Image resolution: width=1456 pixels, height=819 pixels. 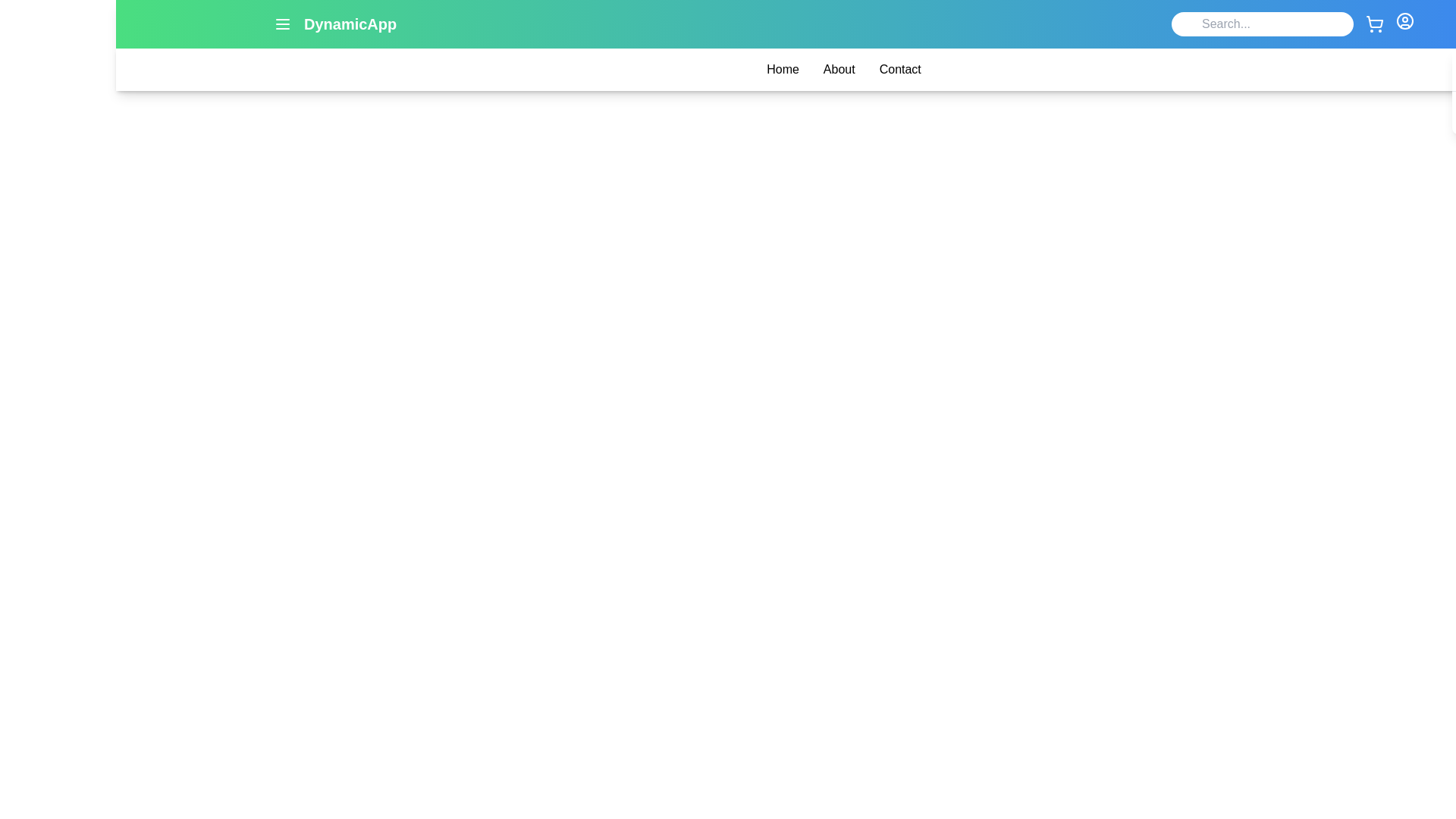 I want to click on the search bar and type 'example text', so click(x=1263, y=24).